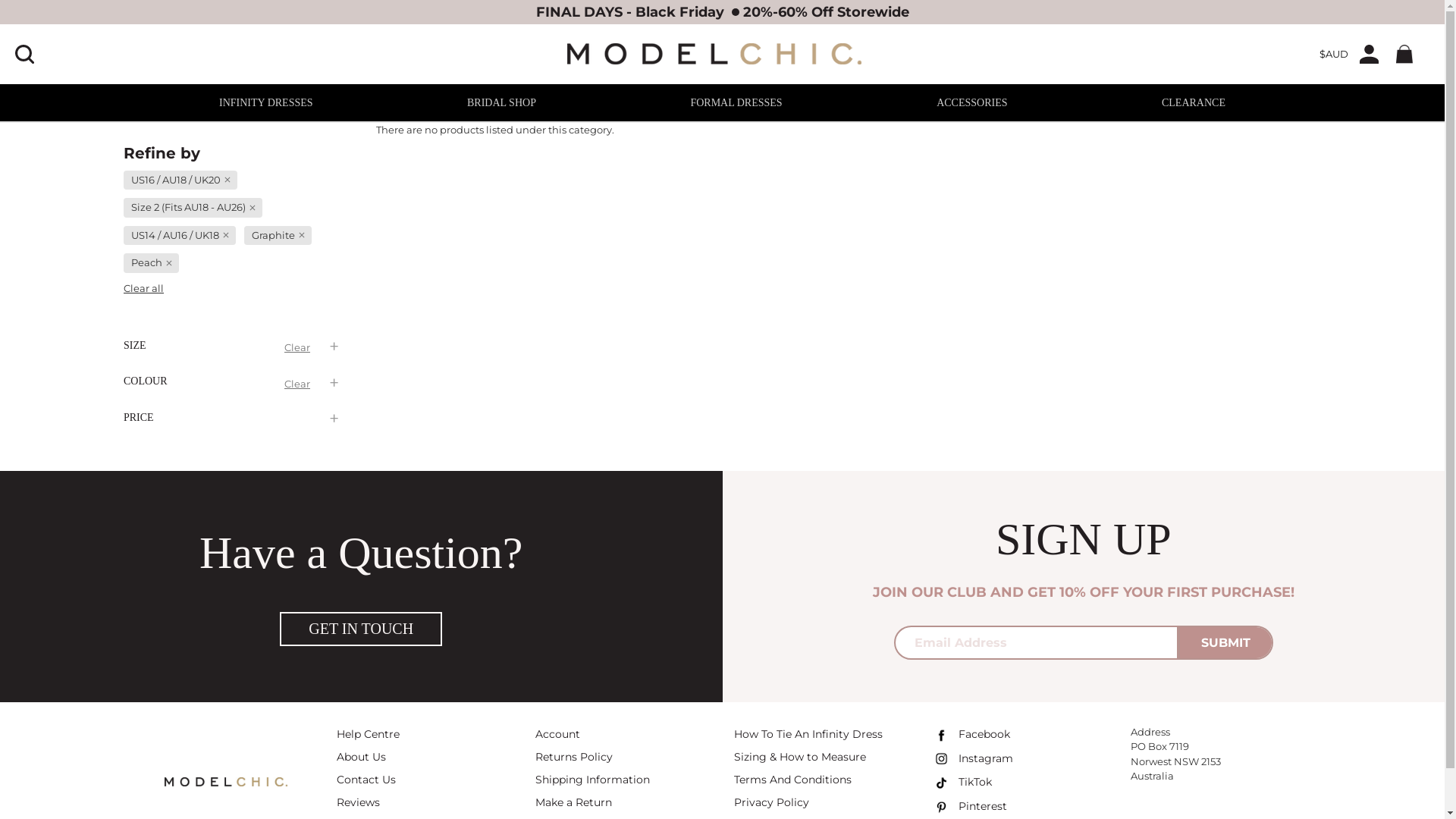 This screenshot has width=1456, height=819. I want to click on 'Privacy Policy', so click(771, 803).